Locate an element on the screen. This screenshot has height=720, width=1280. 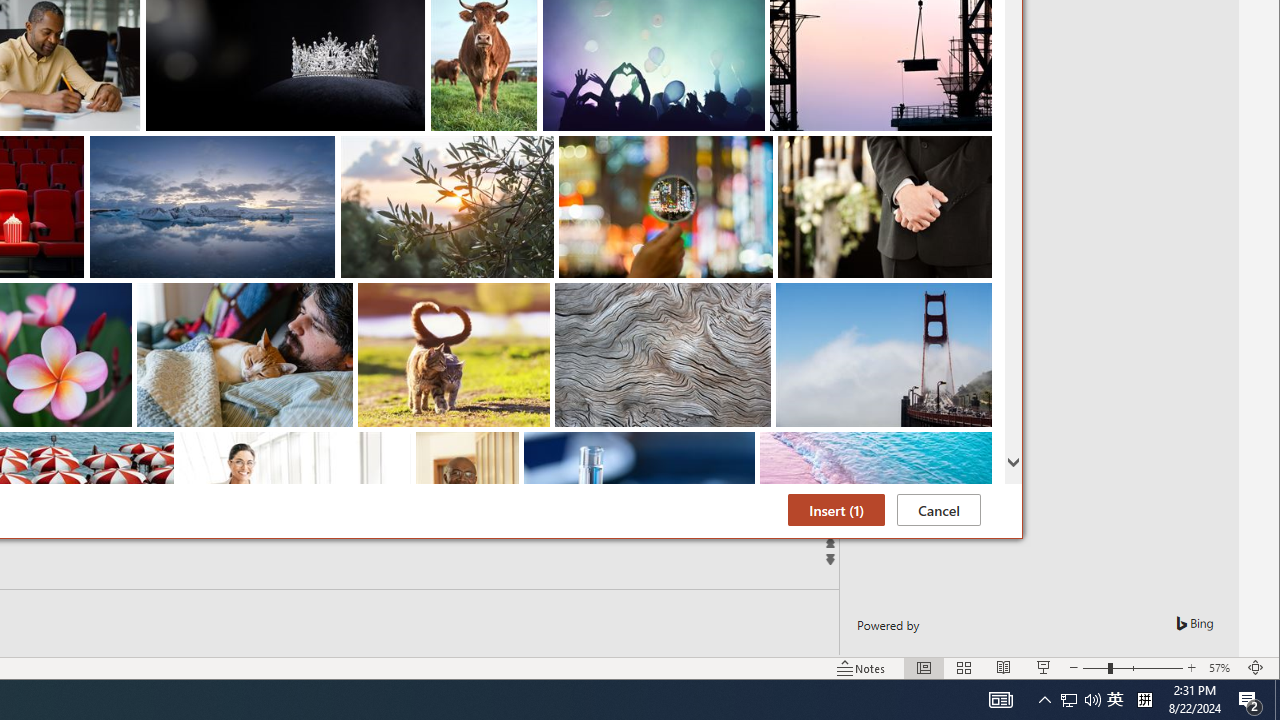
'Insert (1)' is located at coordinates (836, 509).